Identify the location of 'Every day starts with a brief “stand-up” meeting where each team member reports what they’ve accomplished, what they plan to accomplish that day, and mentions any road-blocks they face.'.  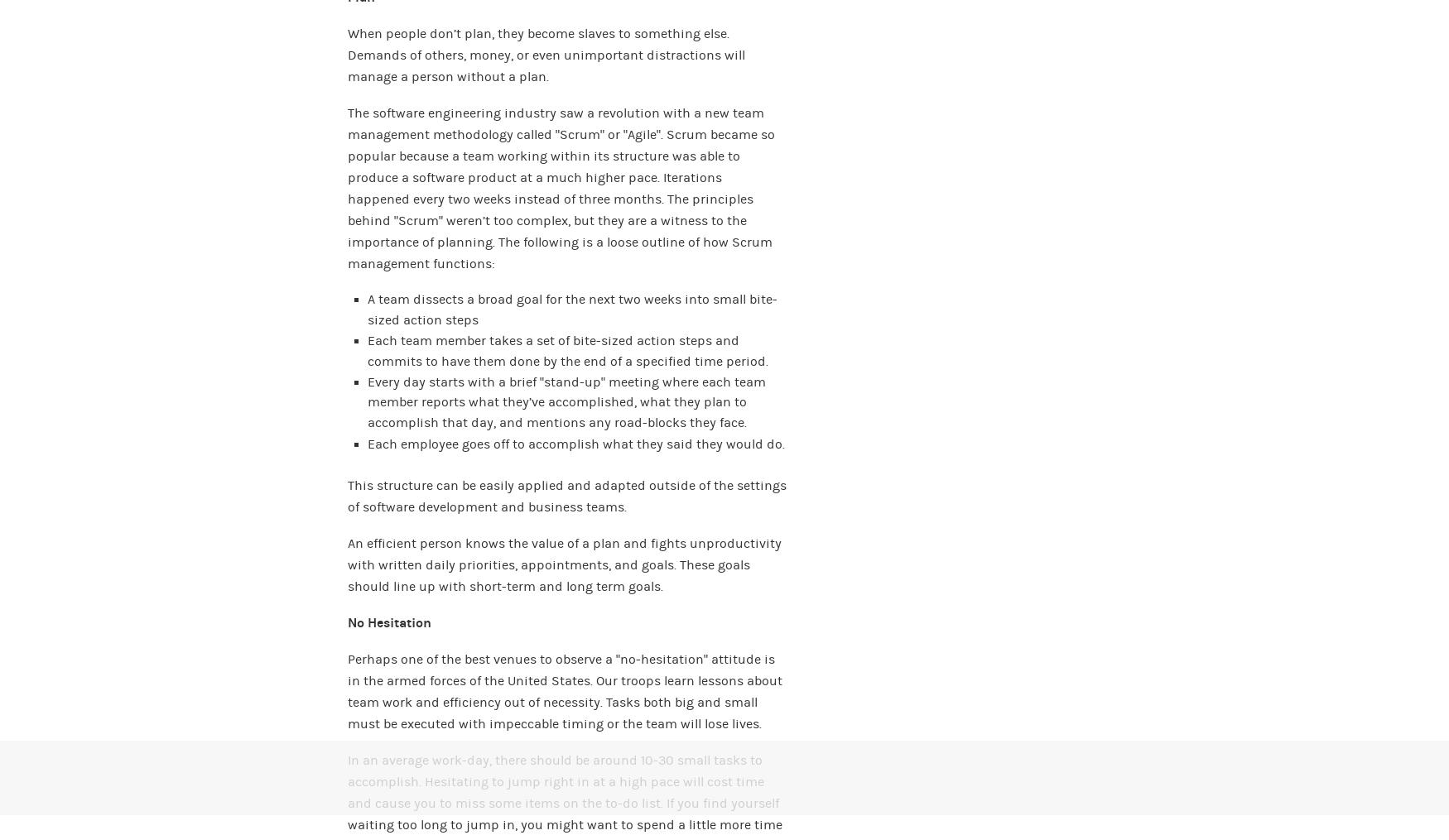
(566, 401).